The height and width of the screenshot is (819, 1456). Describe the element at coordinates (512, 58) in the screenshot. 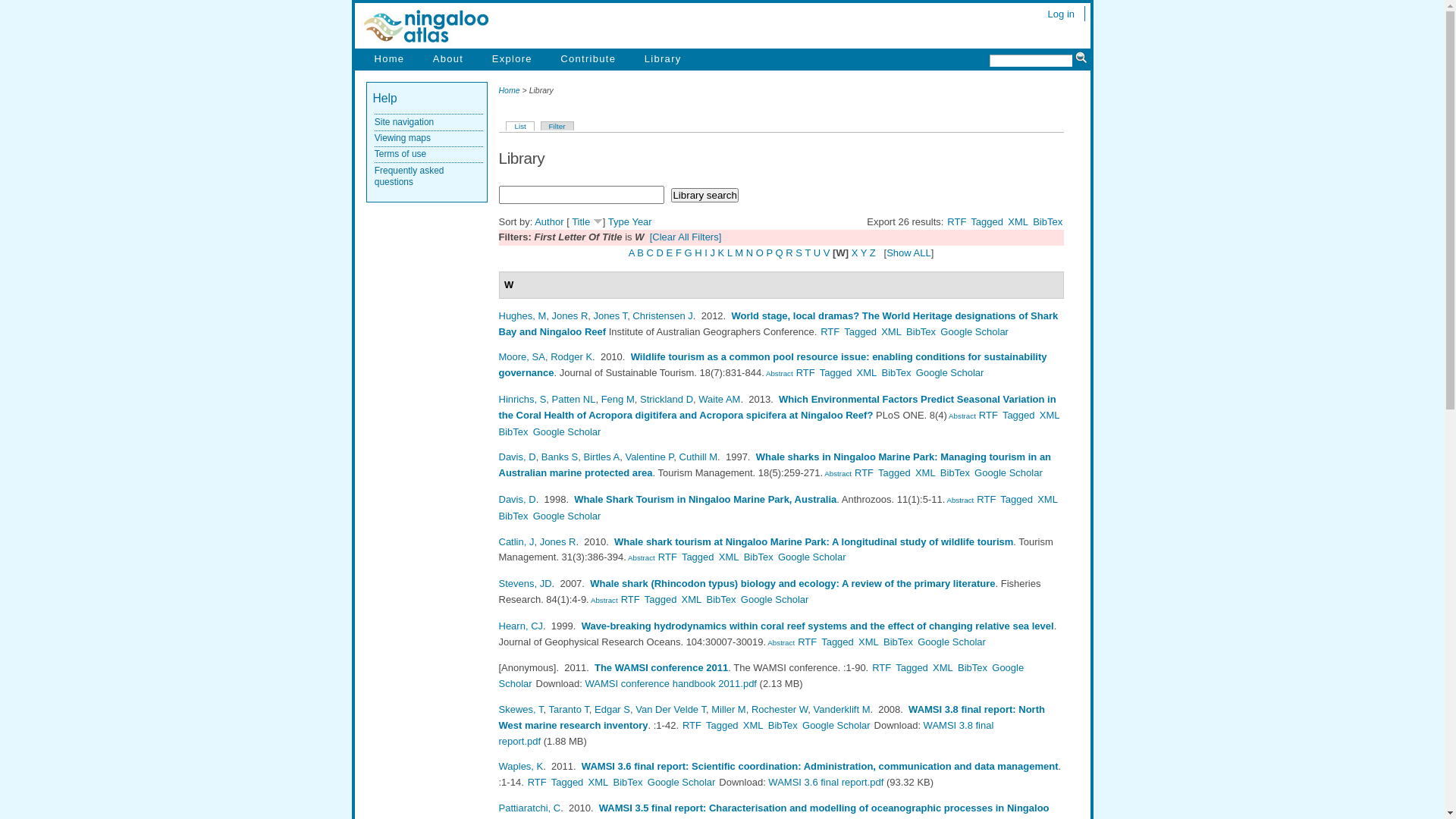

I see `'Explore'` at that location.